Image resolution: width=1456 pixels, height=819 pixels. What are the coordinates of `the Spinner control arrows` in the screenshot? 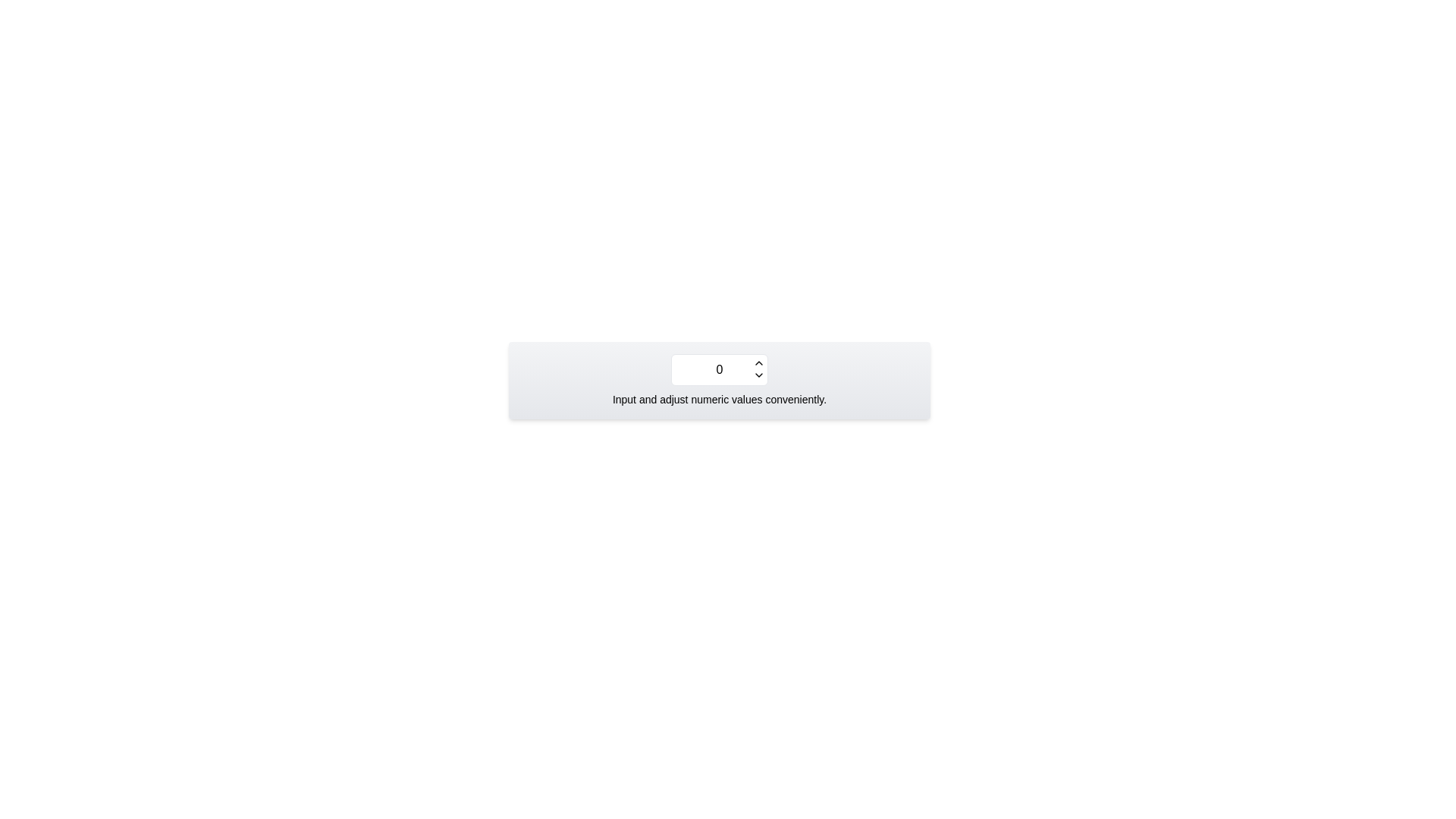 It's located at (759, 369).